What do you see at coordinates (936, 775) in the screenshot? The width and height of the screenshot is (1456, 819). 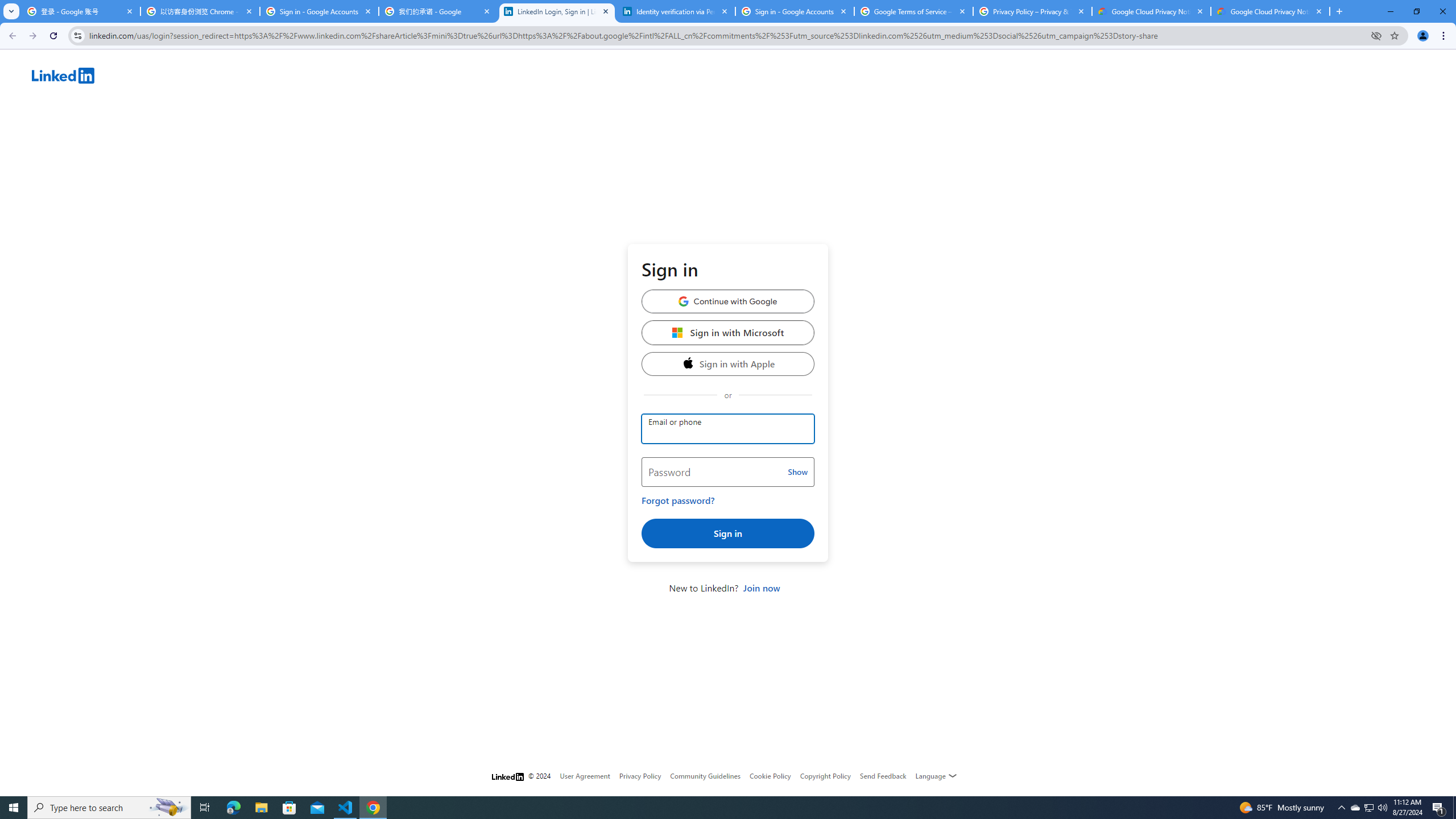 I see `'Language'` at bounding box center [936, 775].